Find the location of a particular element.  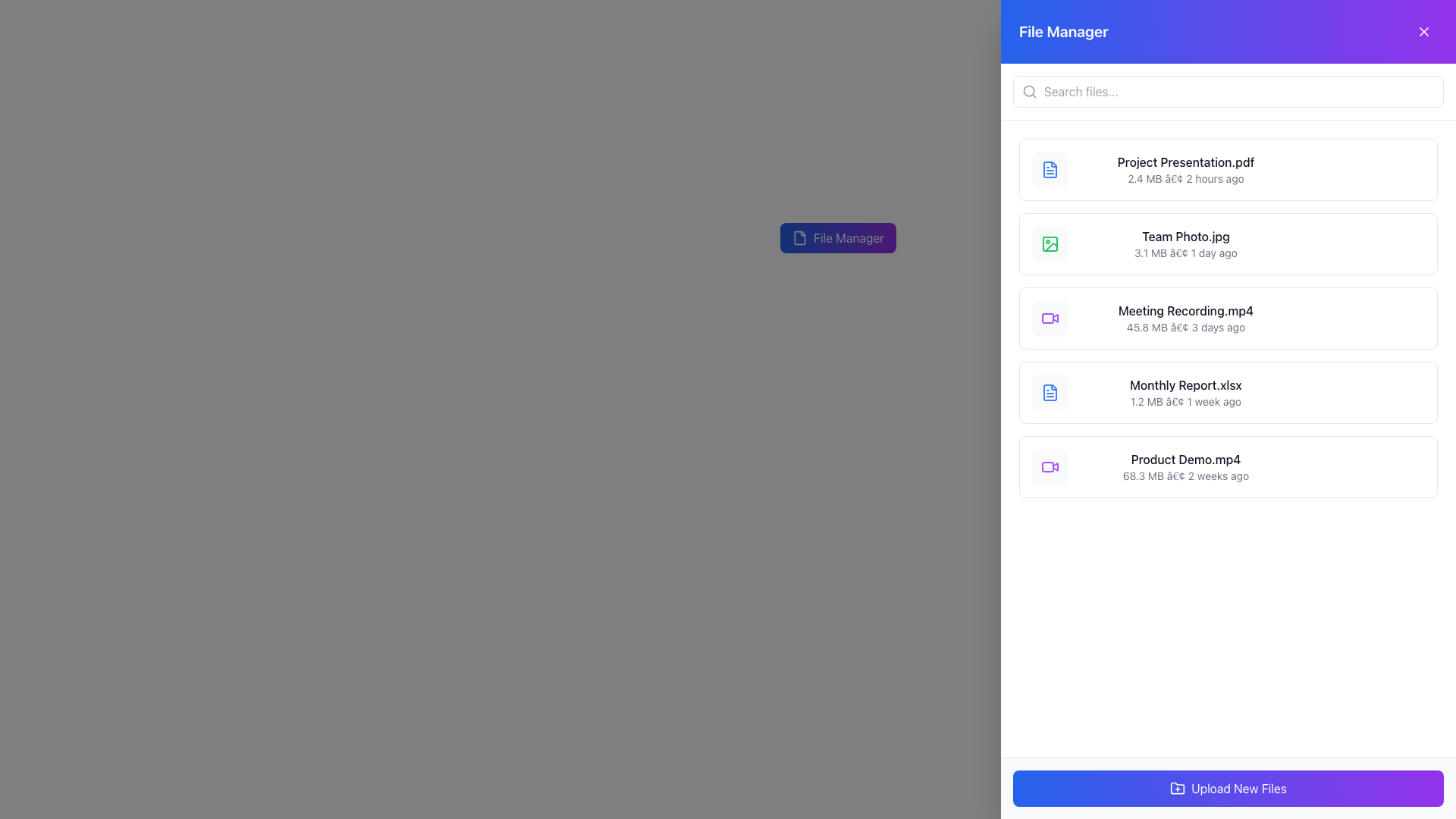

the video file icon representing 'Meeting Recording.mp4' in the file list, which is the third item under the 'File Manager' header is located at coordinates (1050, 318).